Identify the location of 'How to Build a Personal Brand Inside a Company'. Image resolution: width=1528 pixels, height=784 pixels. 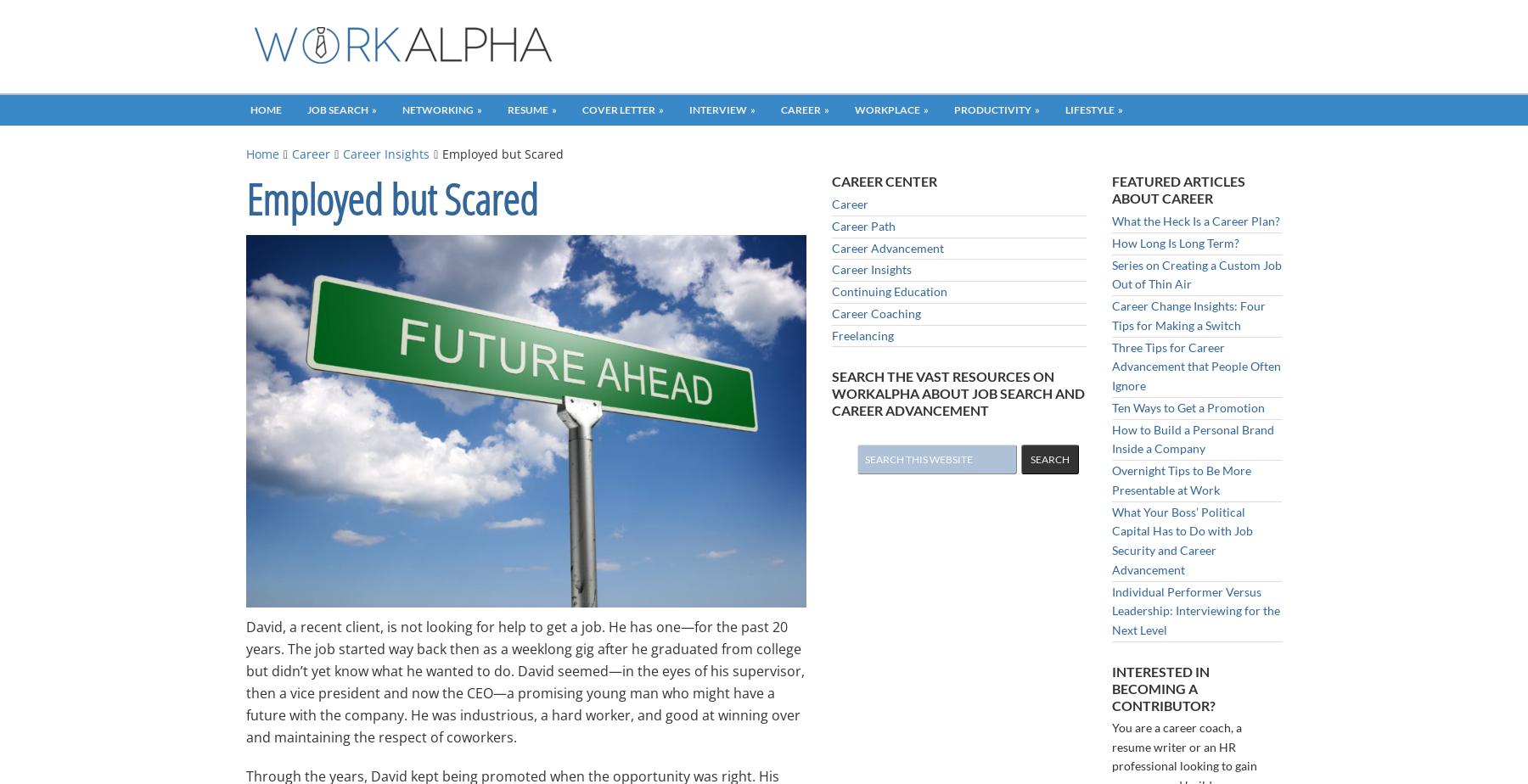
(1192, 438).